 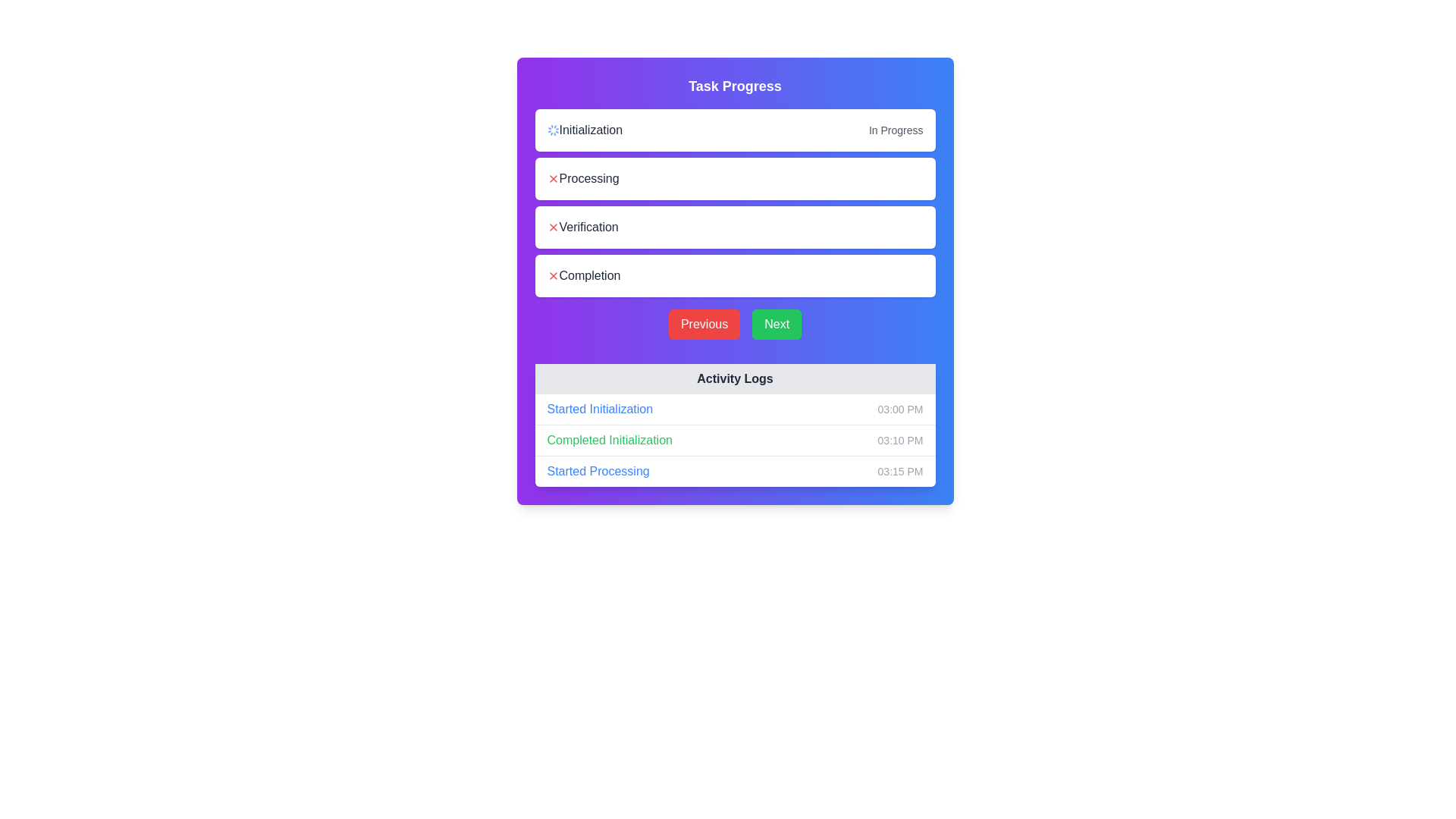 I want to click on the animation of the 'Initialization' text label, which is styled with a medium font weight and dark gray color, and is preceded by a spinning blue loader icon in the 'Task Progress' section, so click(x=584, y=130).